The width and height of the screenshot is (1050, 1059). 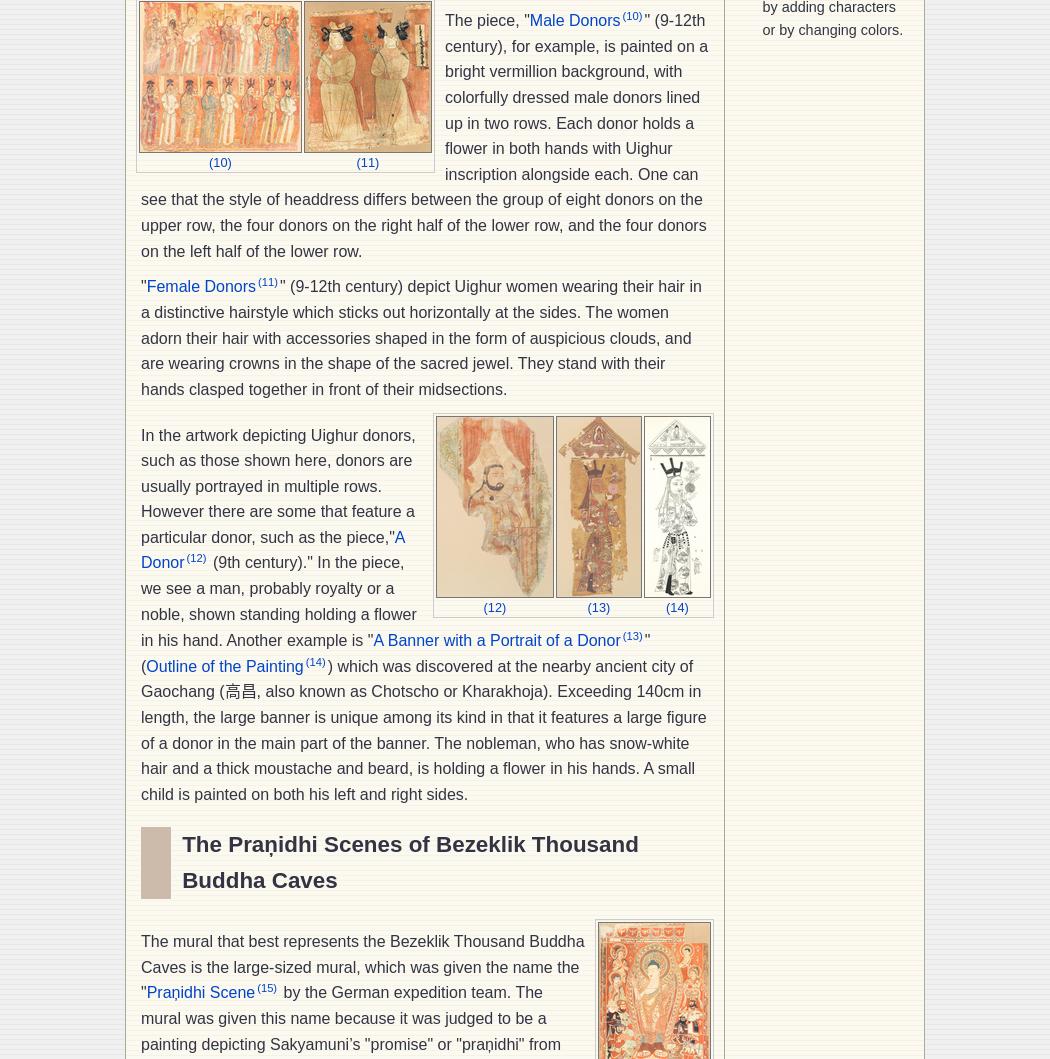 What do you see at coordinates (277, 599) in the screenshot?
I see `'(9th century)." In the piece, we see a man, probably royalty or a noble, shown standing holding a flower in his hand. Another example is "'` at bounding box center [277, 599].